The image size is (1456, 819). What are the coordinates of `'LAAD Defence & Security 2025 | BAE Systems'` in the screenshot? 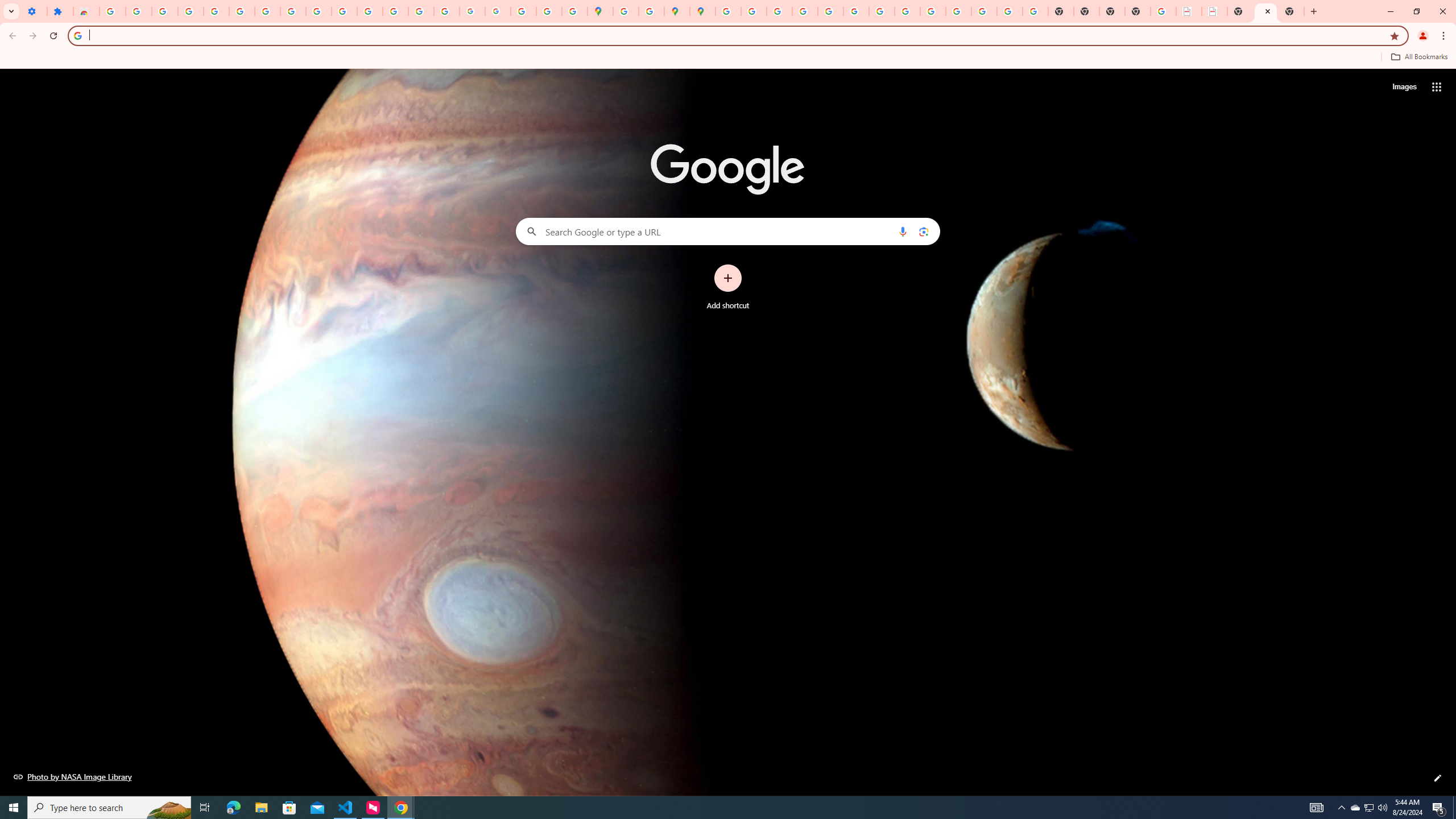 It's located at (1189, 11).